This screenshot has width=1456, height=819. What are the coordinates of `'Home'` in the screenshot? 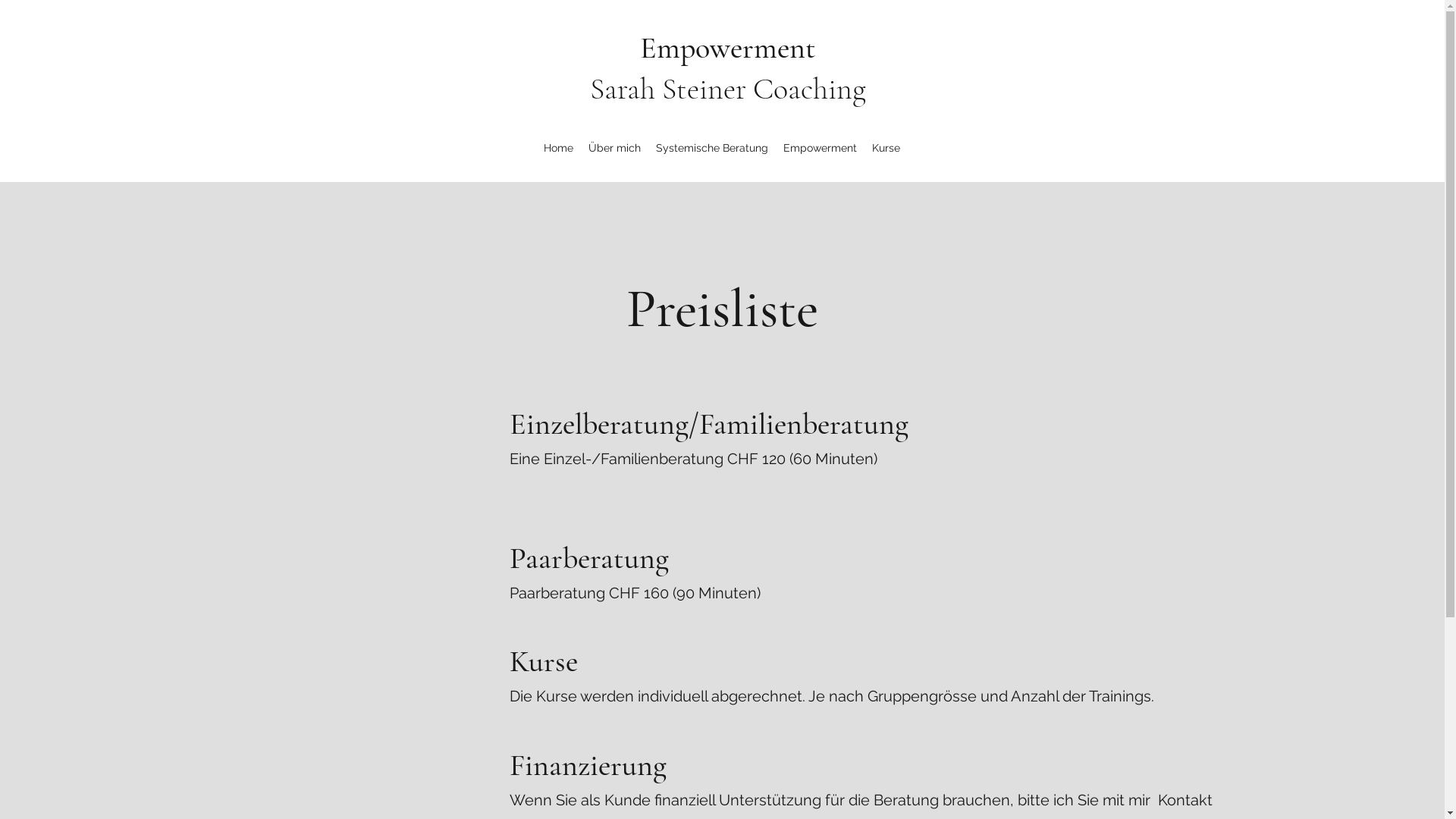 It's located at (557, 148).